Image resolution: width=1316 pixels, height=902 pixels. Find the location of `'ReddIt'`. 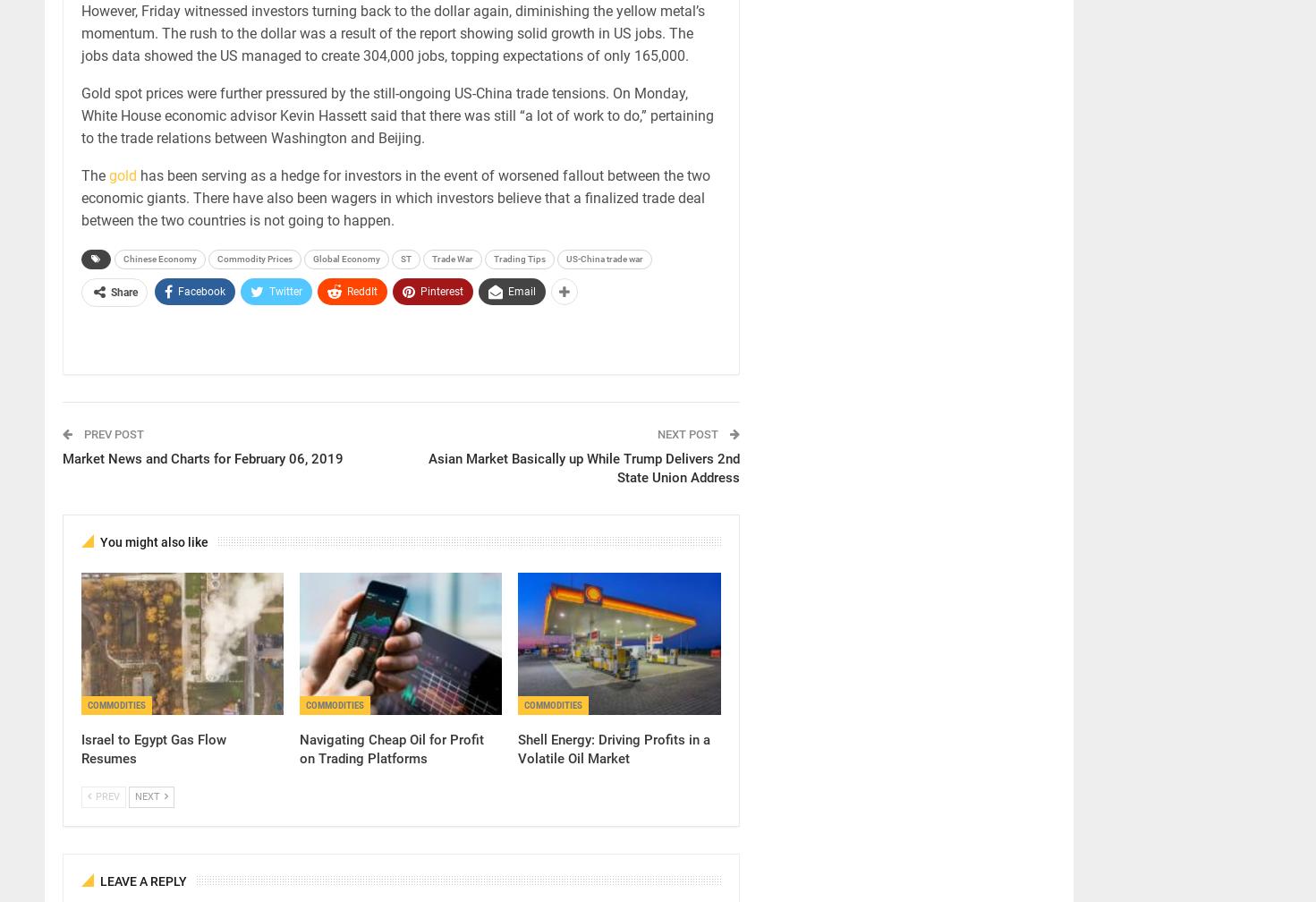

'ReddIt' is located at coordinates (361, 291).